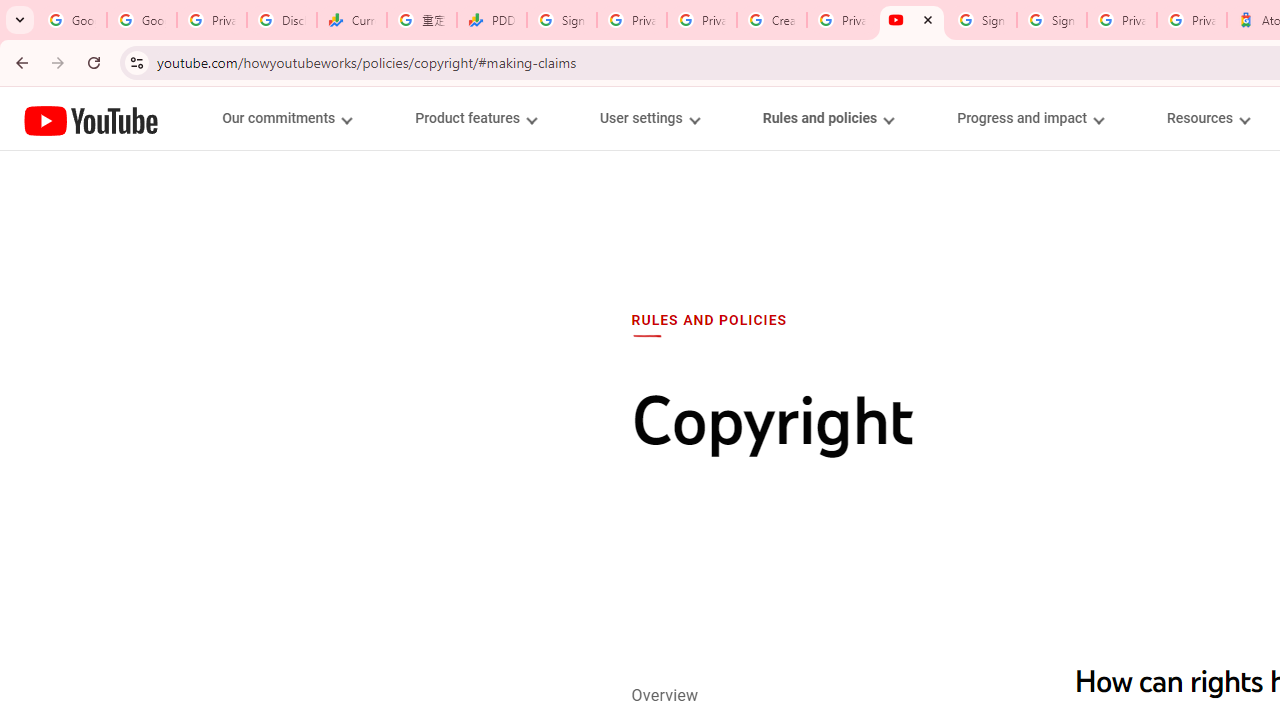 The image size is (1280, 720). What do you see at coordinates (72, 20) in the screenshot?
I see `'Google Workspace Admin Community'` at bounding box center [72, 20].